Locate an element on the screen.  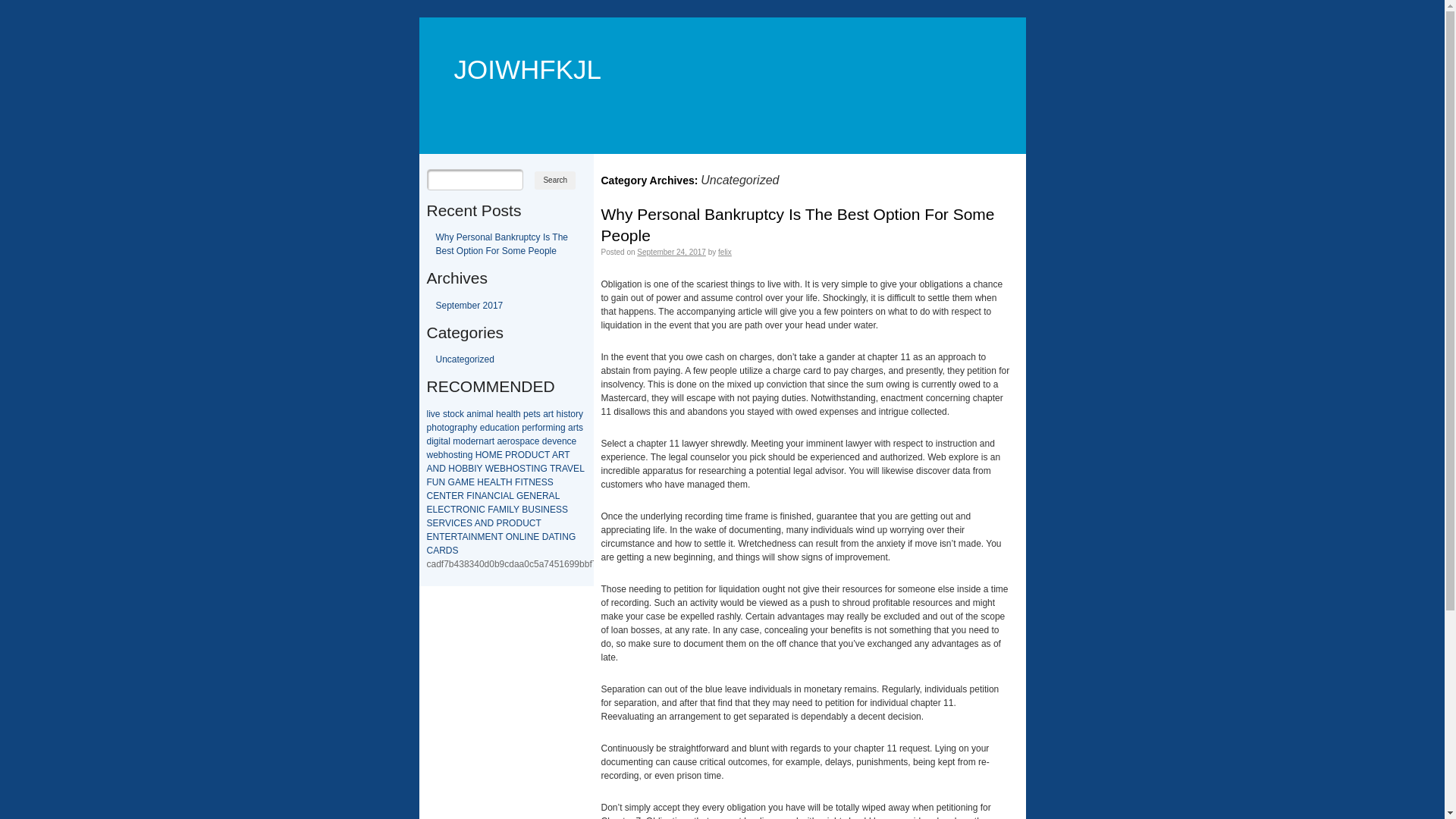
'n' is located at coordinates (473, 414).